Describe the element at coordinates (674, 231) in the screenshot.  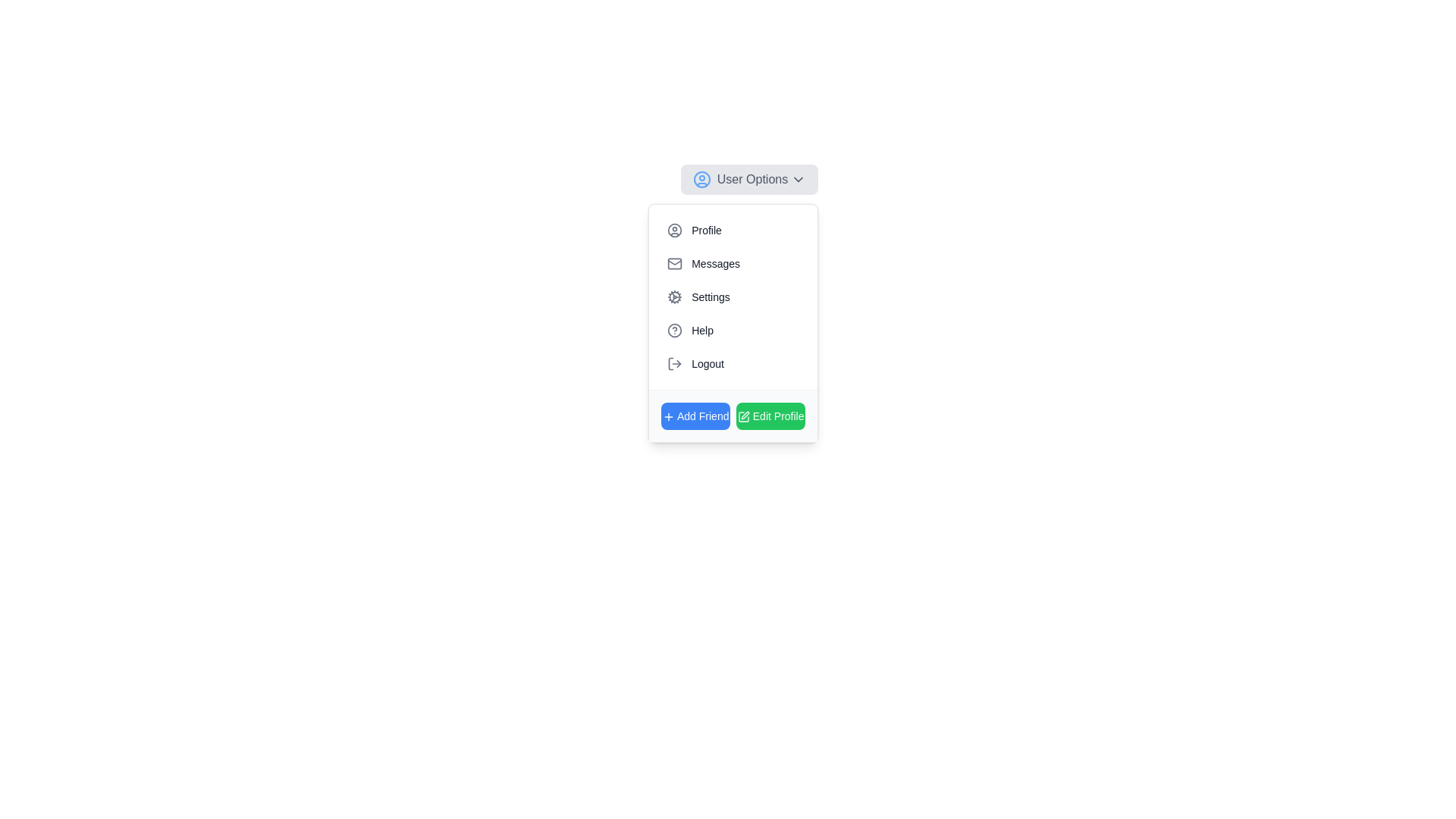
I see `the circle vector graphic element that represents the user's profile picture in the uppermost section of the 'User Options' dropdown menu` at that location.